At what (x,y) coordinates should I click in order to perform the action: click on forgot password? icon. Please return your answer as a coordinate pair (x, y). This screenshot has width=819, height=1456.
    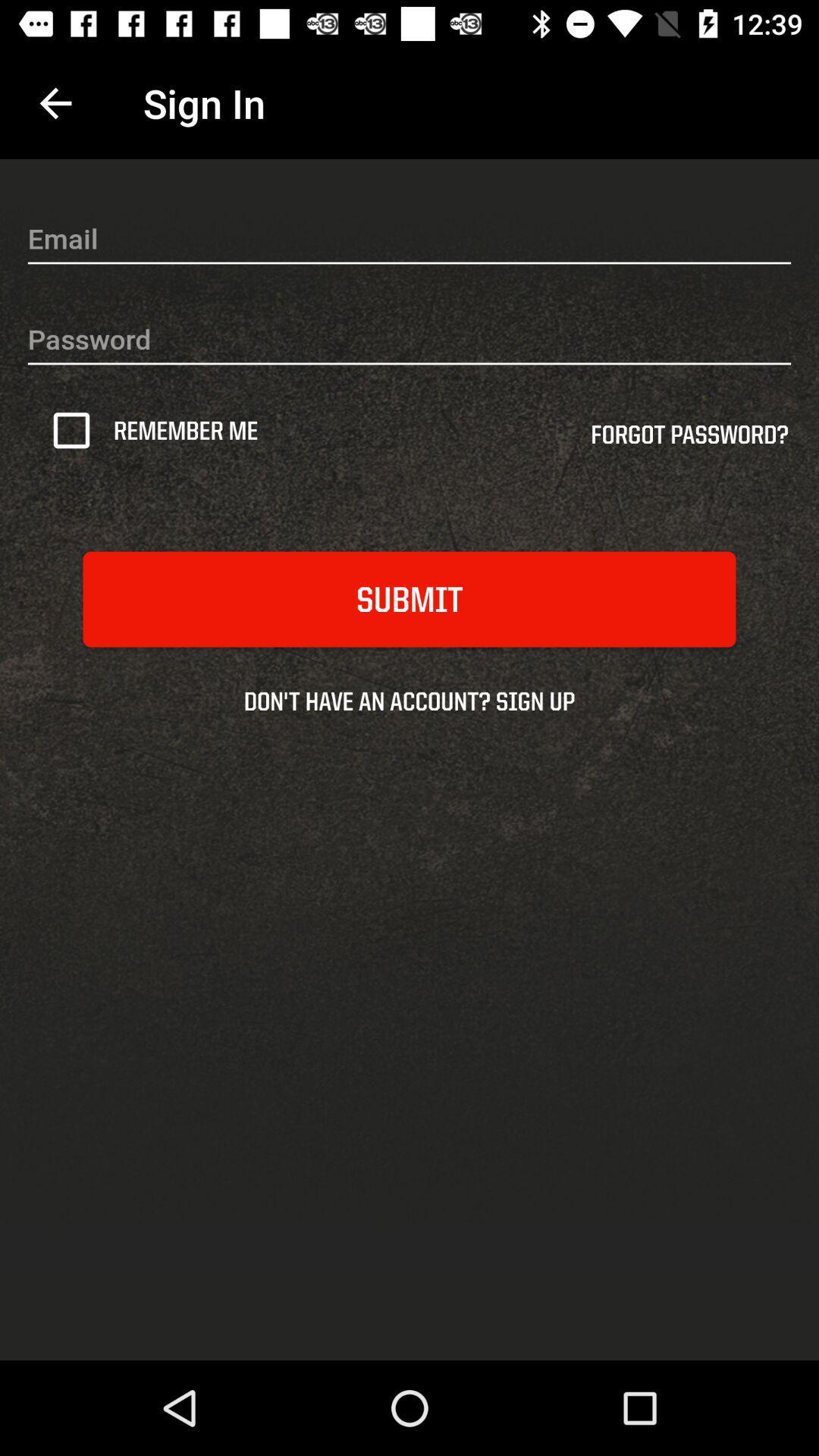
    Looking at the image, I should click on (689, 439).